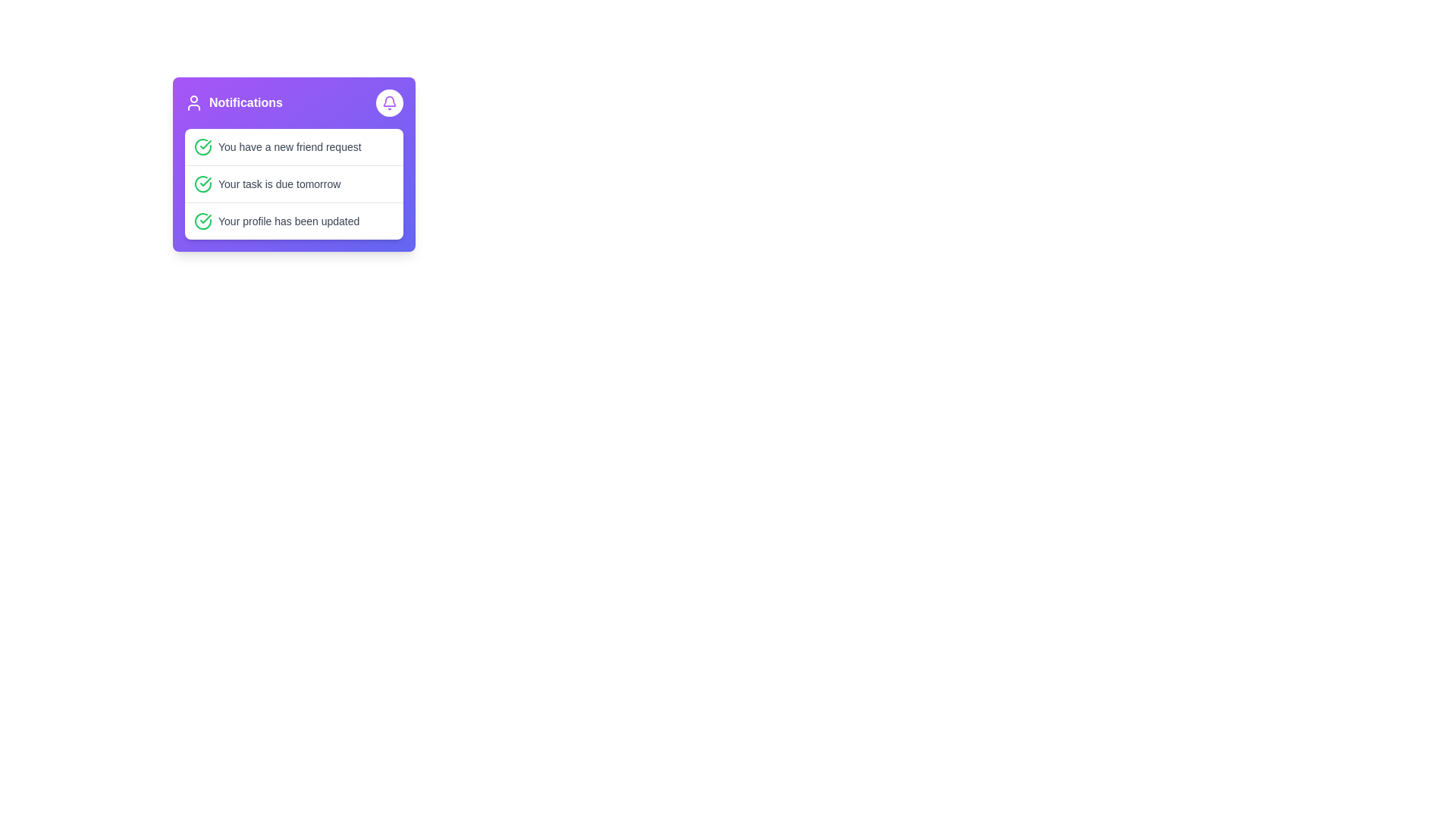  I want to click on the third notification item in the vertically stacked list, so click(294, 220).